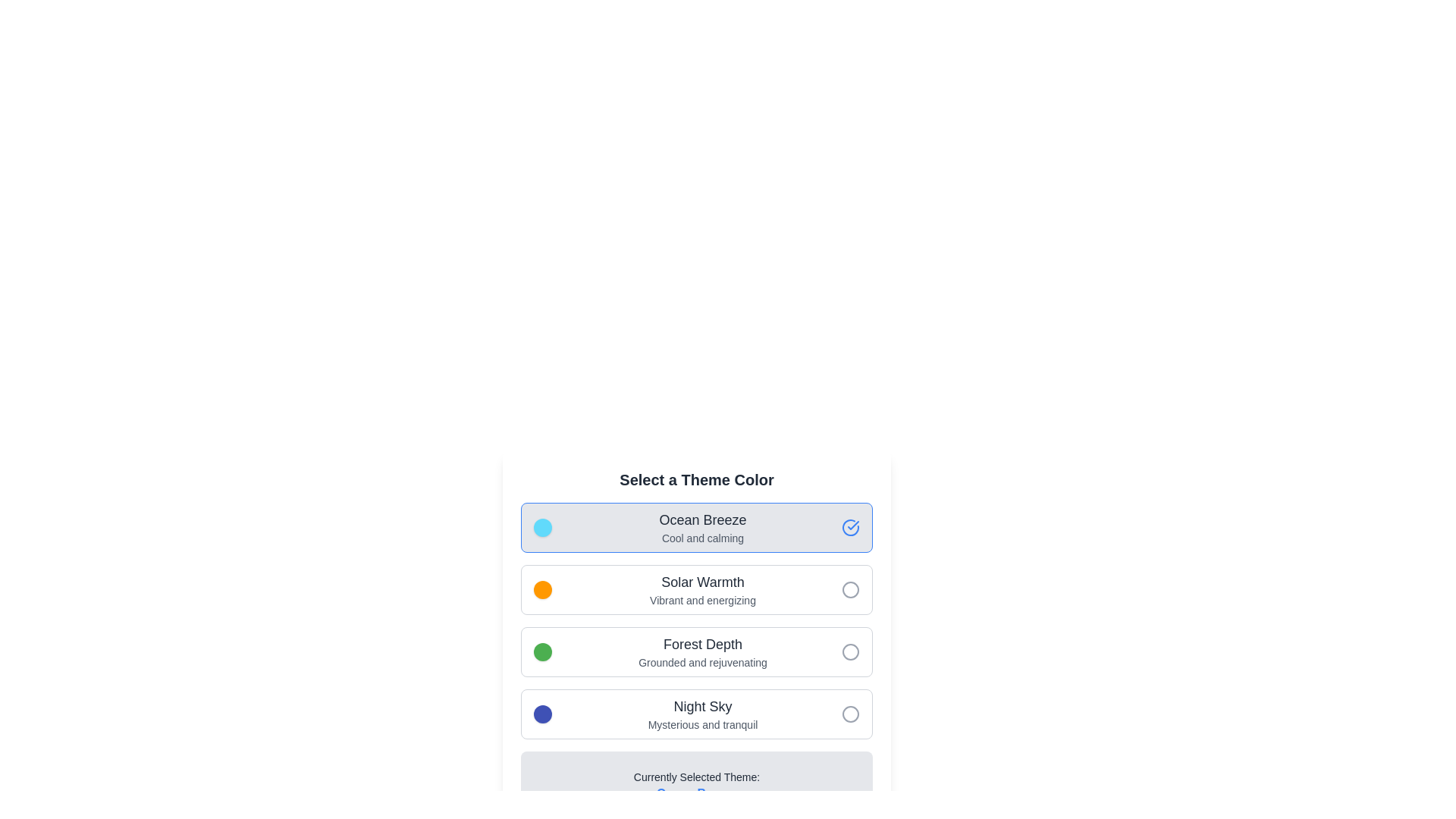  Describe the element at coordinates (701, 662) in the screenshot. I see `the static text label providing details about the 'Forest Depth' theme, which is located below the title in the theme options list` at that location.